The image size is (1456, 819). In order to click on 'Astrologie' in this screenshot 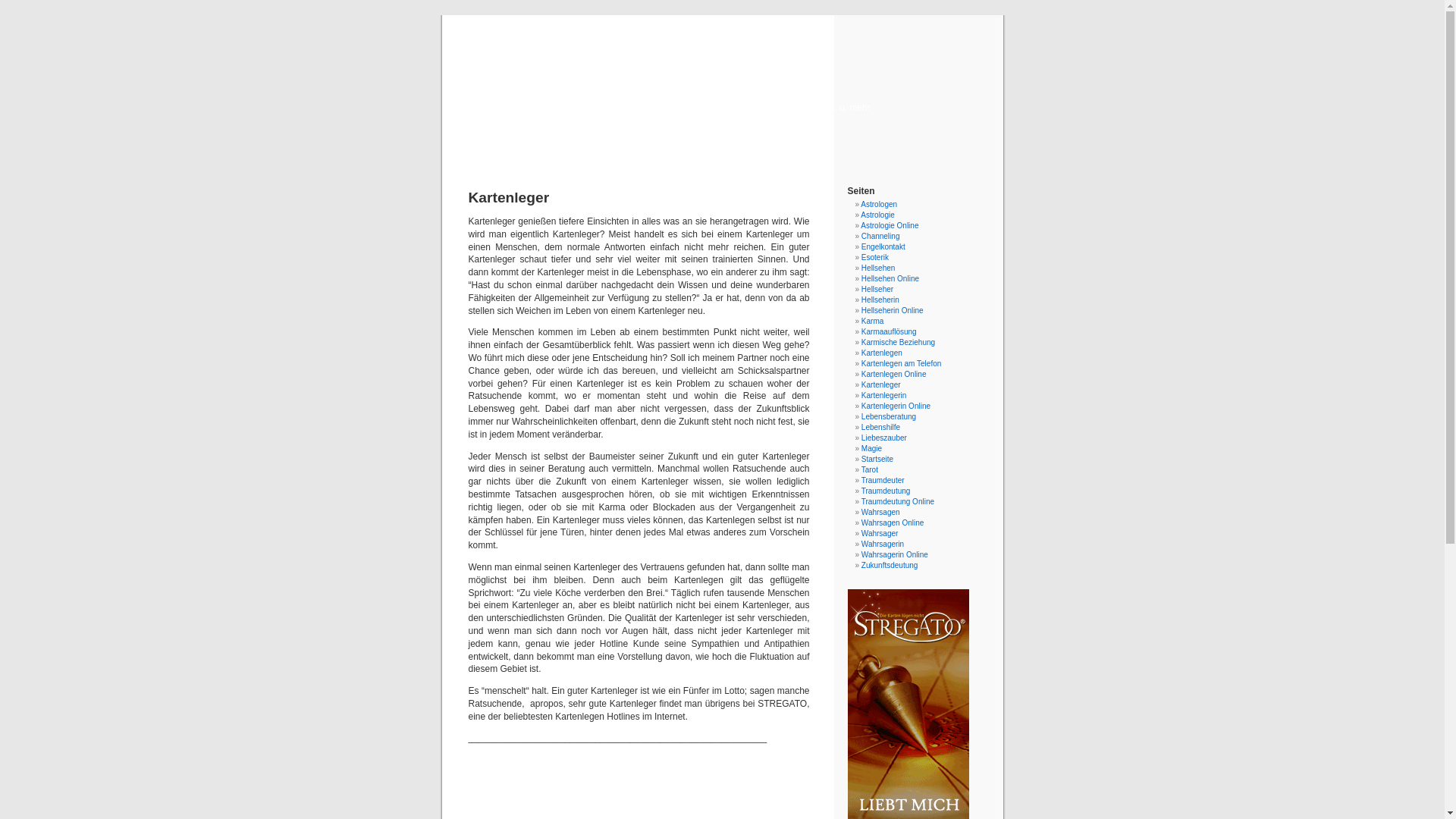, I will do `click(860, 215)`.